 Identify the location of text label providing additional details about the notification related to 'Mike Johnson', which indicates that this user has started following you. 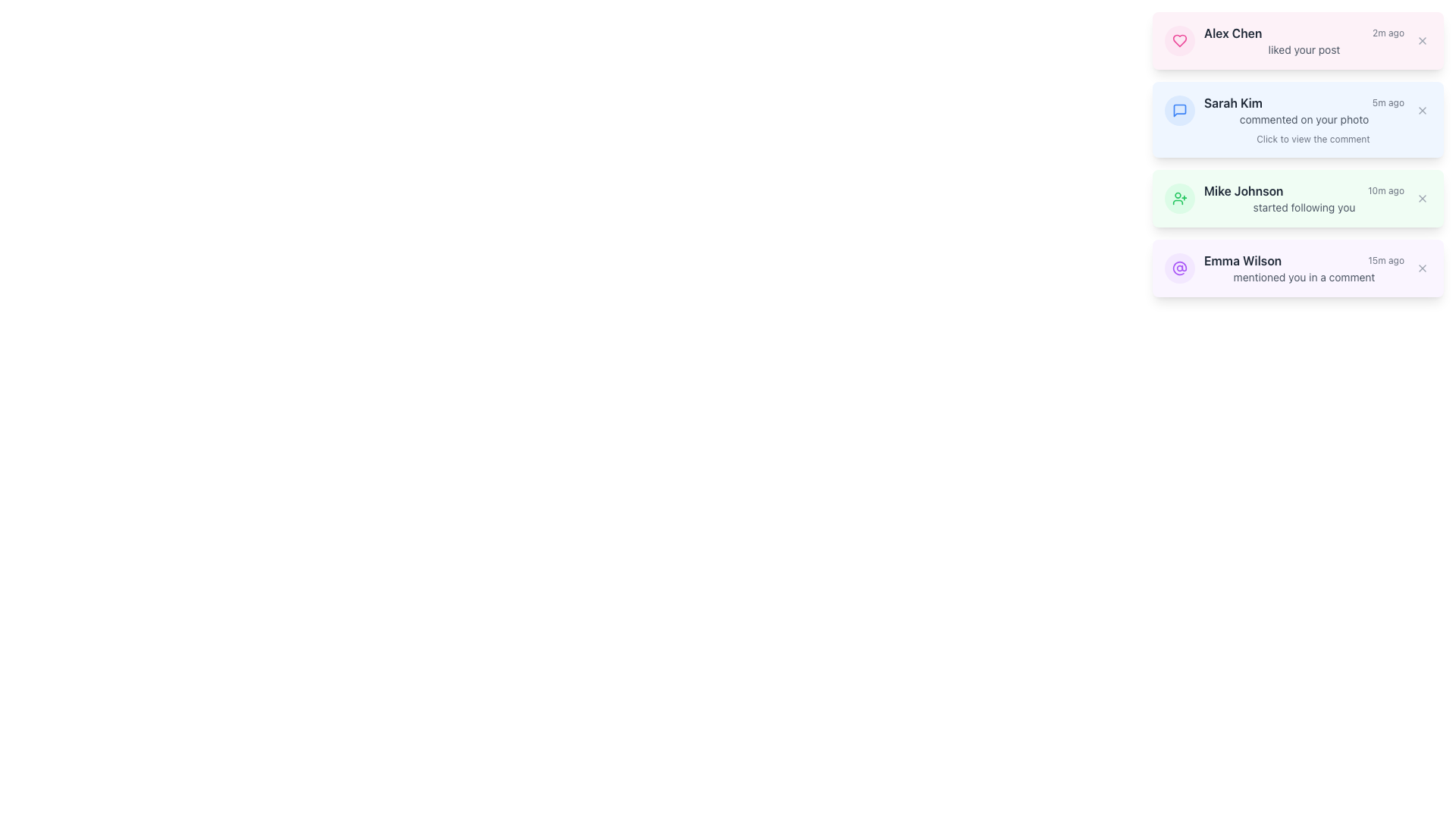
(1303, 207).